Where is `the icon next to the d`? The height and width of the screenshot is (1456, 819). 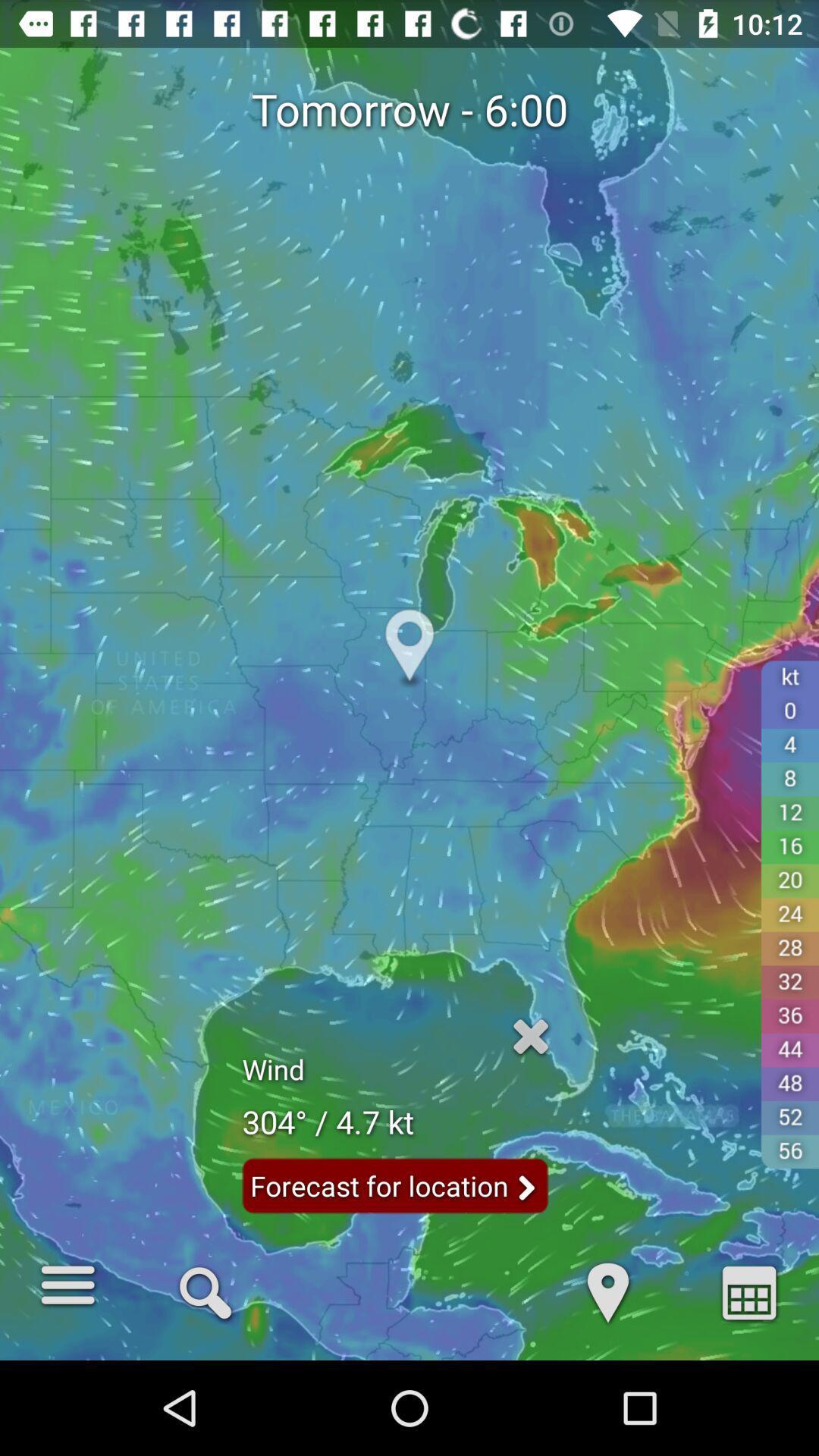 the icon next to the d is located at coordinates (748, 1291).